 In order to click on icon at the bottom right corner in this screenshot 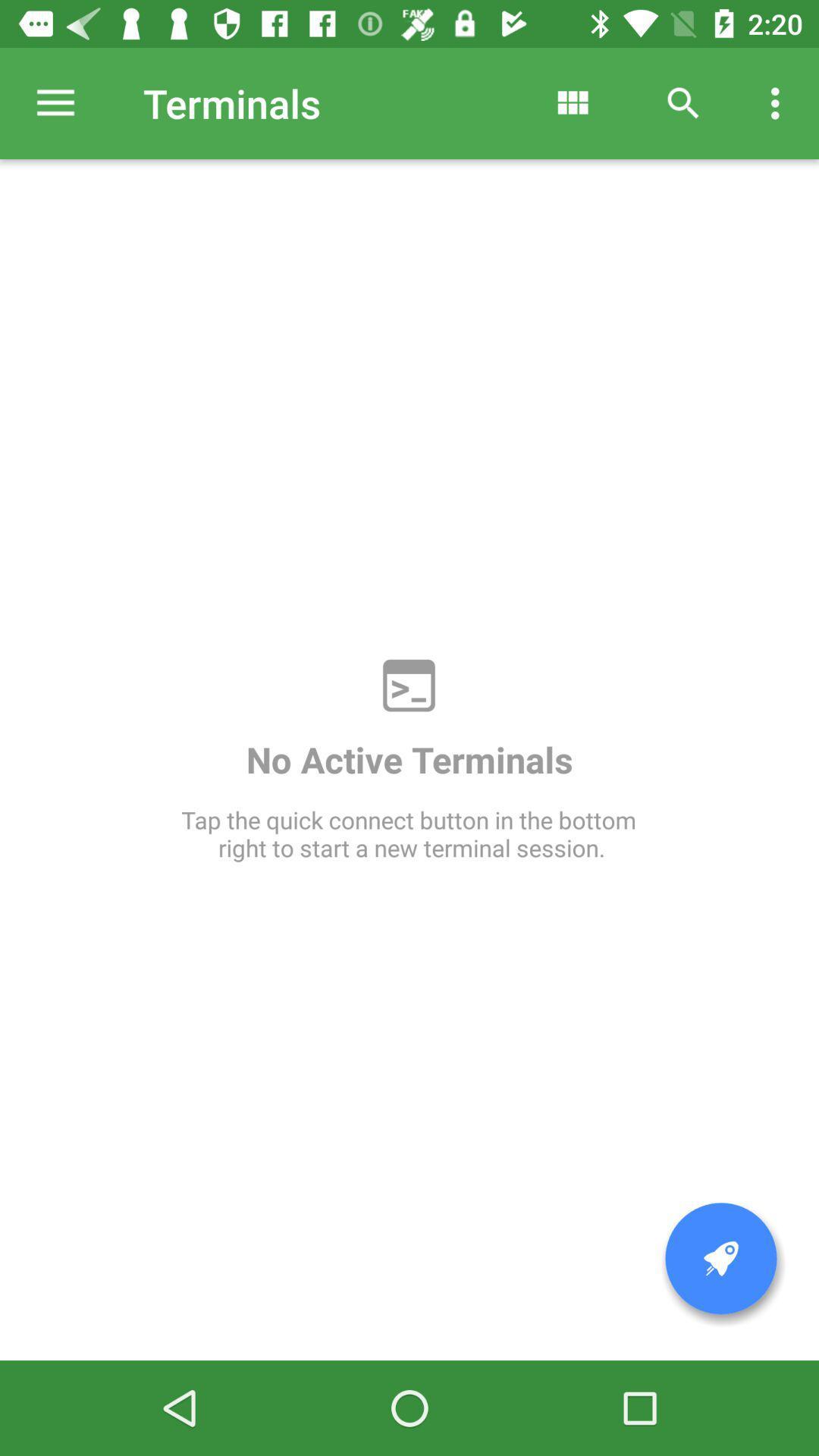, I will do `click(720, 1258)`.